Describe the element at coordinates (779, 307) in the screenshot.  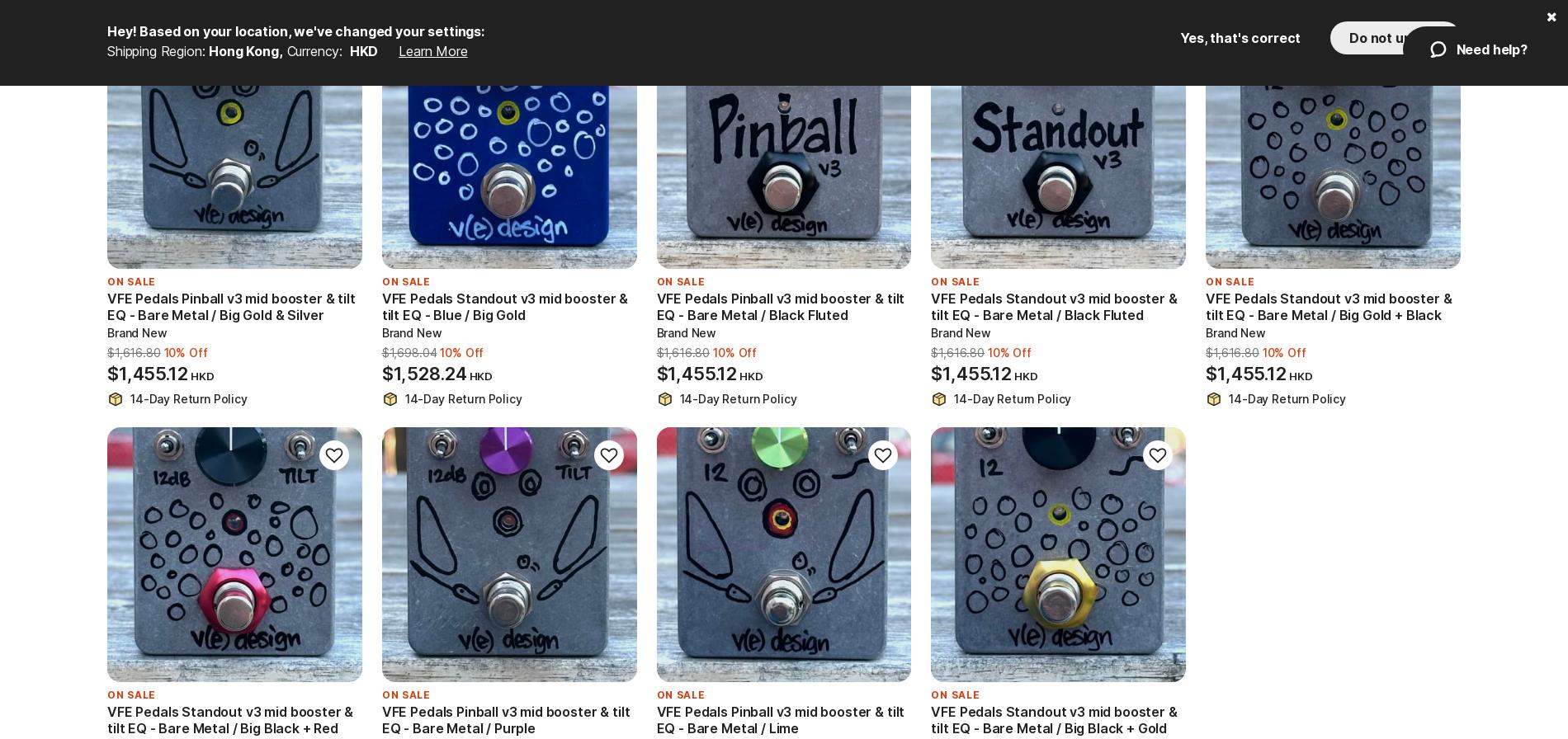
I see `'VFE Pedals Pinball v3 mid booster & tilt EQ - Bare Metal / Black Fluted'` at that location.